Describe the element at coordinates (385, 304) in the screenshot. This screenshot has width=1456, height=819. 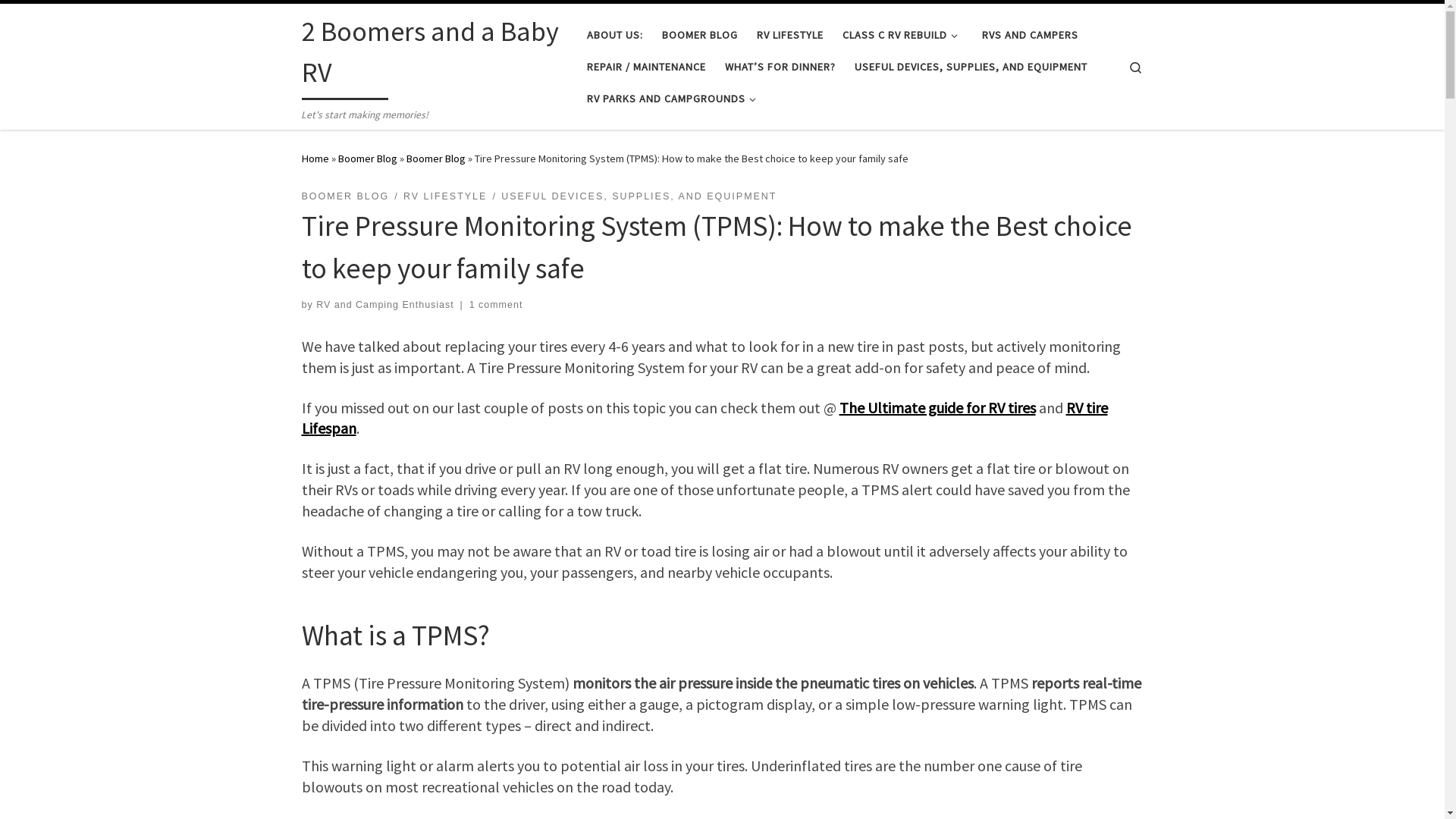
I see `'RV and Camping Enthusiast'` at that location.